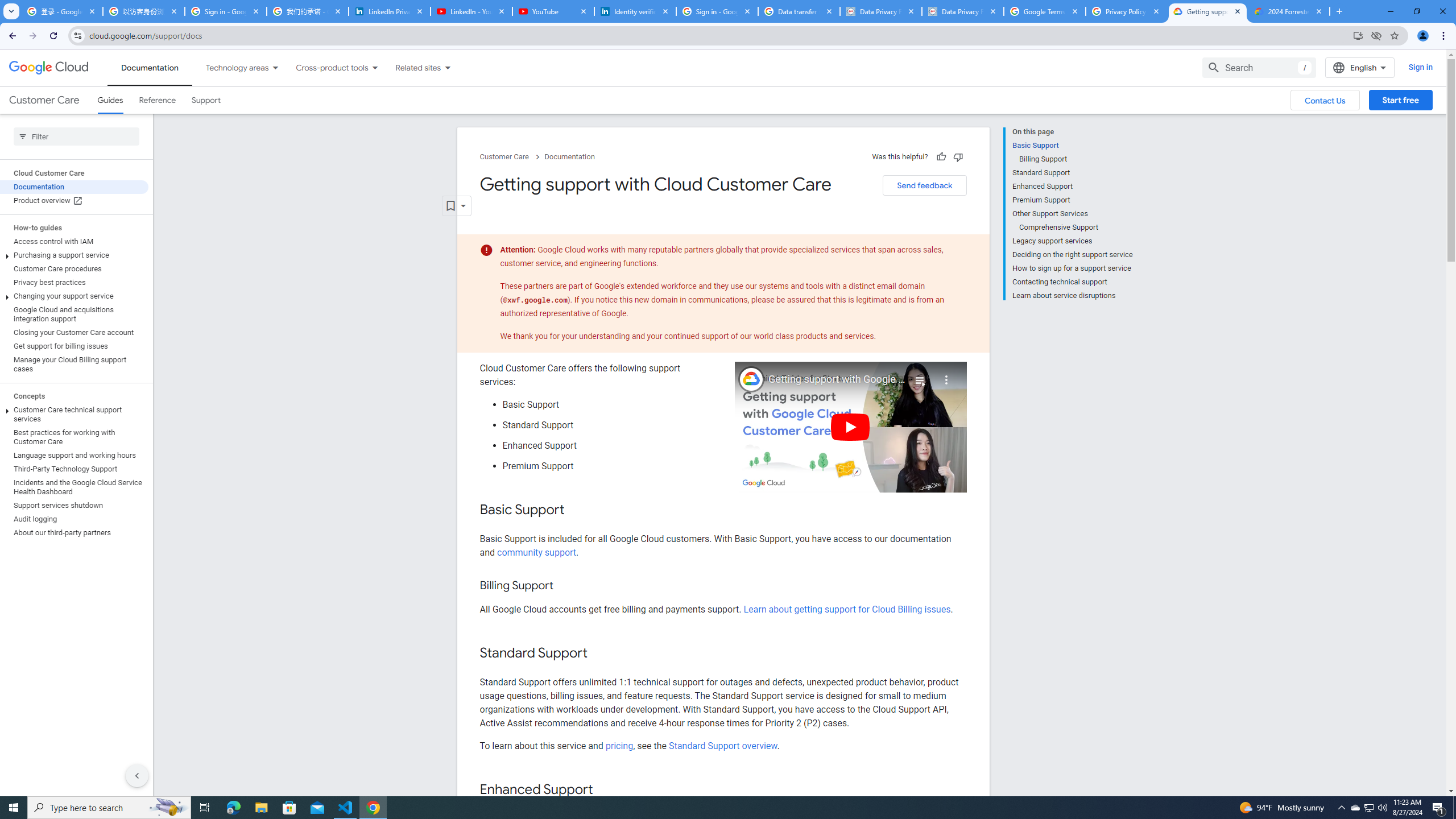  I want to click on 'Manage your Cloud Billing support cases', so click(74, 363).